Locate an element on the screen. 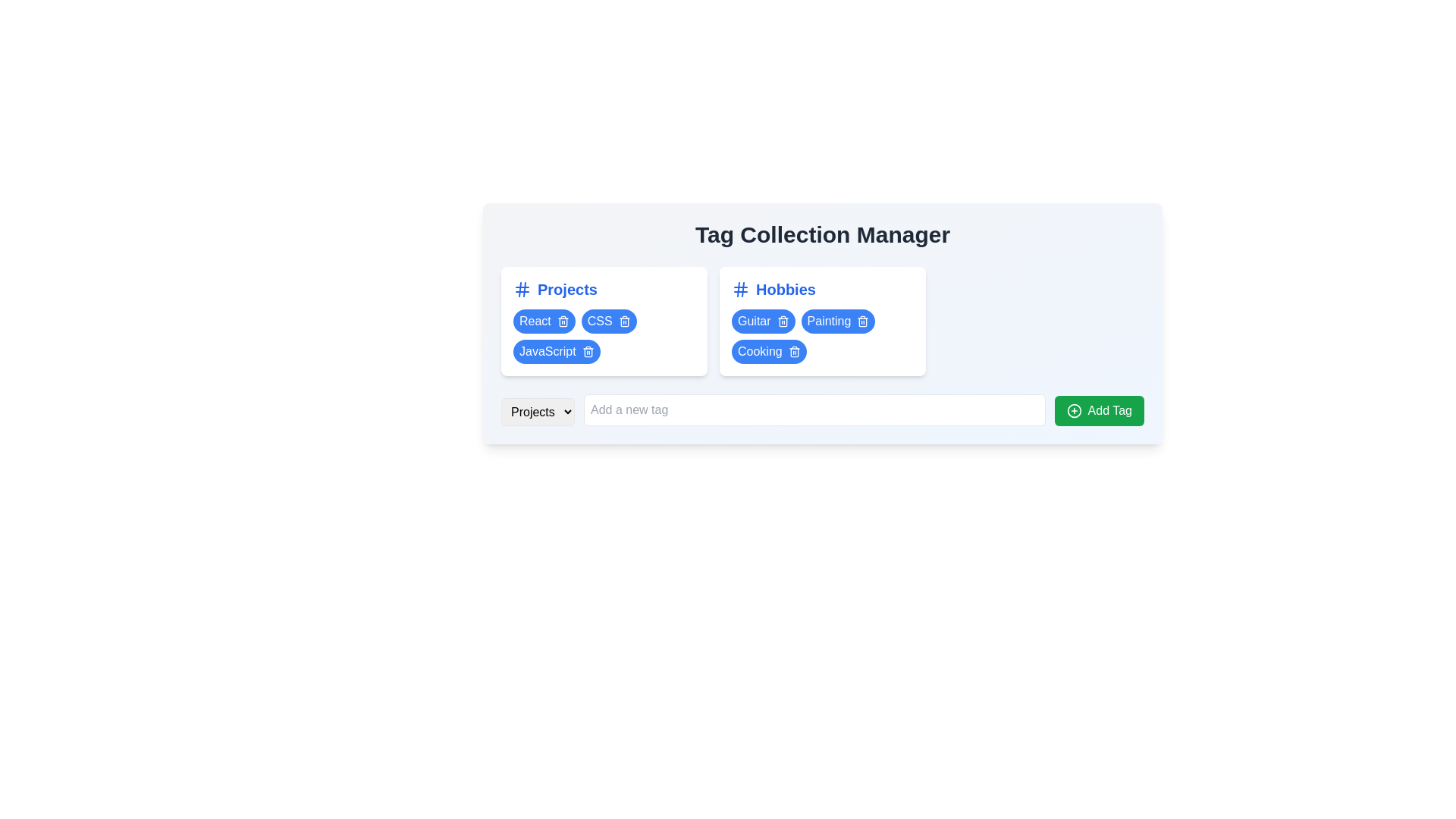 This screenshot has width=1456, height=819. the delete button located to the right of the 'Cooking' tag in the 'Hobbies' section is located at coordinates (793, 351).